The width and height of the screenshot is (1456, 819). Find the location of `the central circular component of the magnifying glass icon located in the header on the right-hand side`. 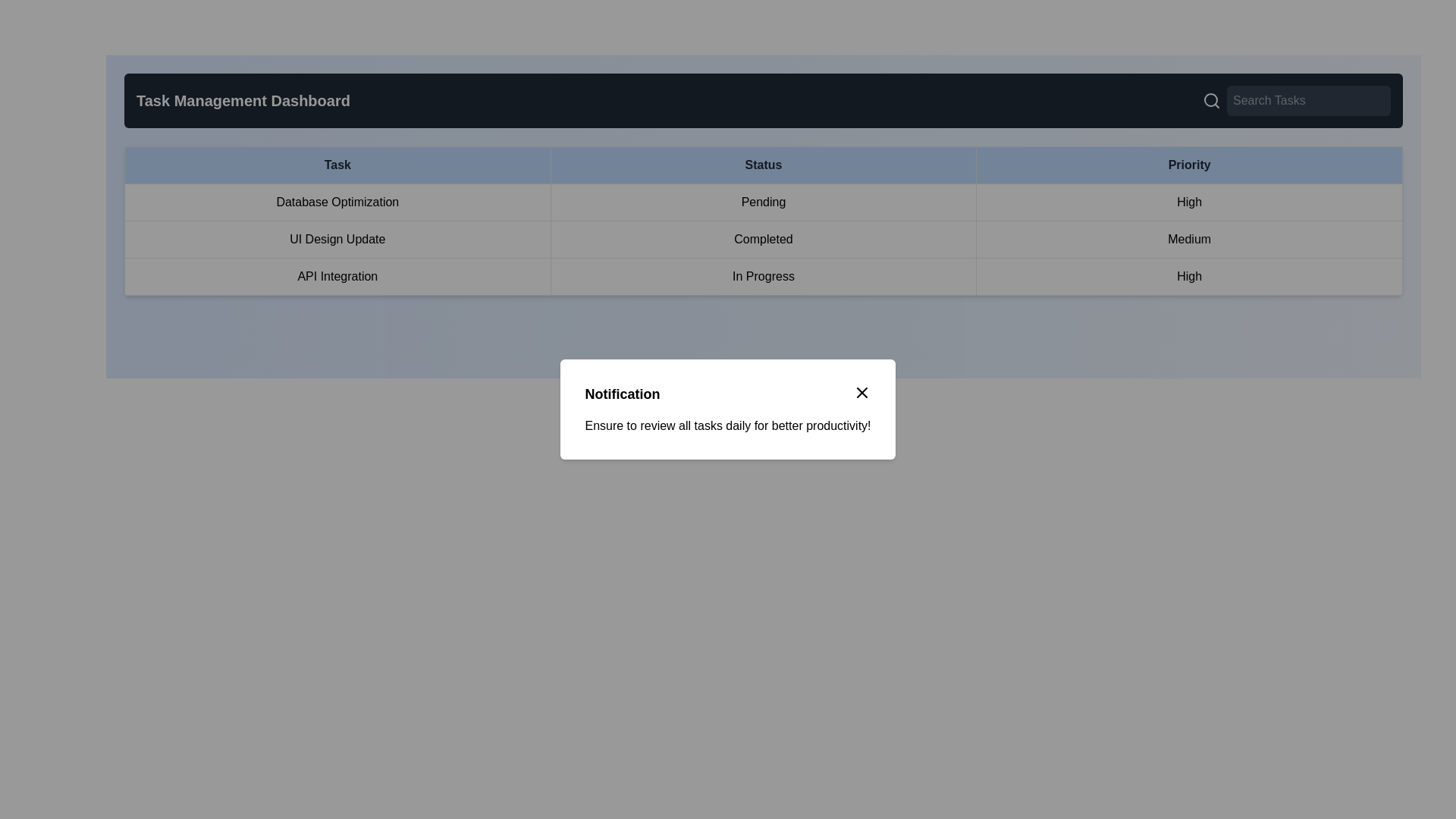

the central circular component of the magnifying glass icon located in the header on the right-hand side is located at coordinates (1210, 99).